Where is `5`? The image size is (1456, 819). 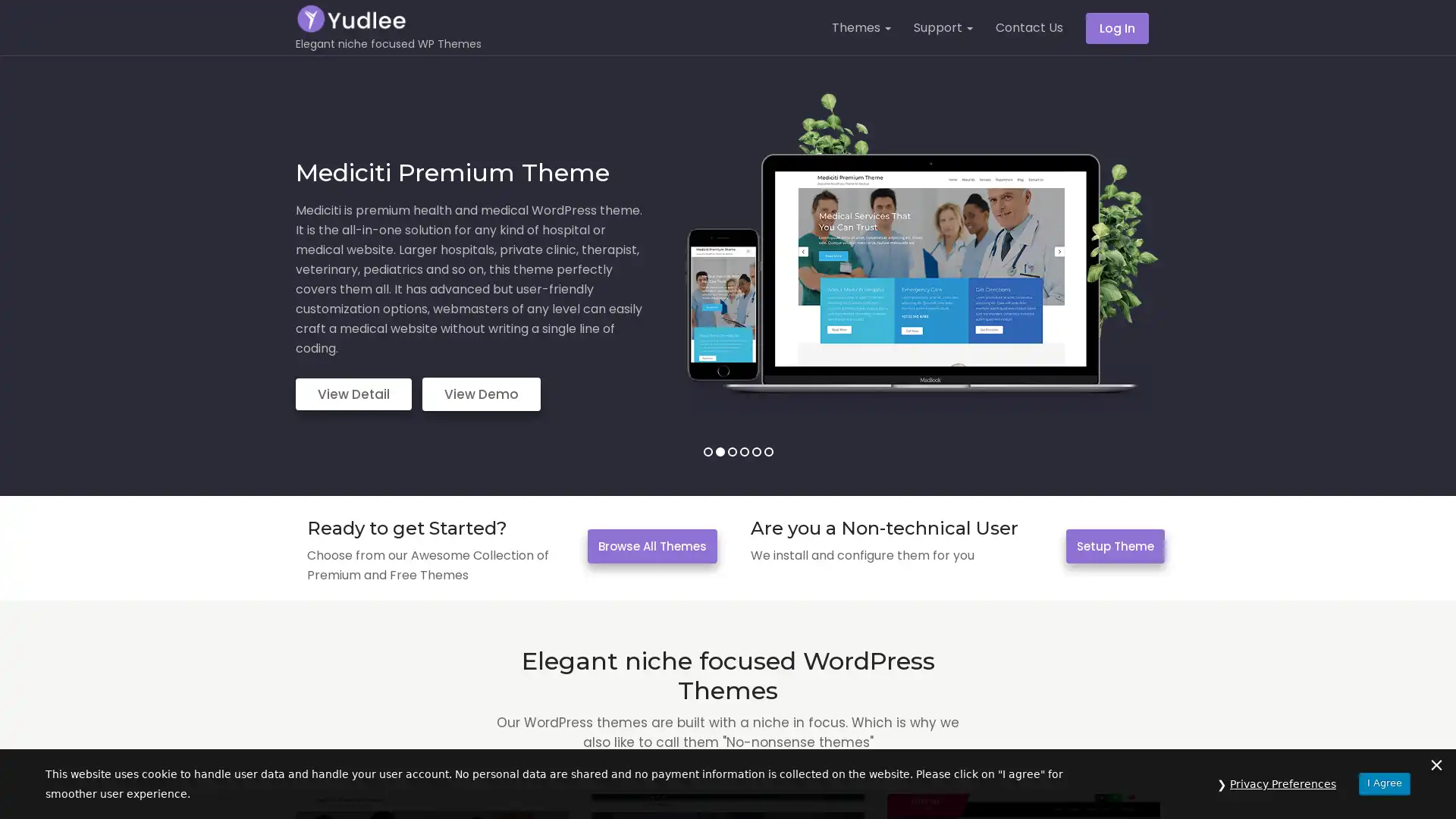 5 is located at coordinates (756, 451).